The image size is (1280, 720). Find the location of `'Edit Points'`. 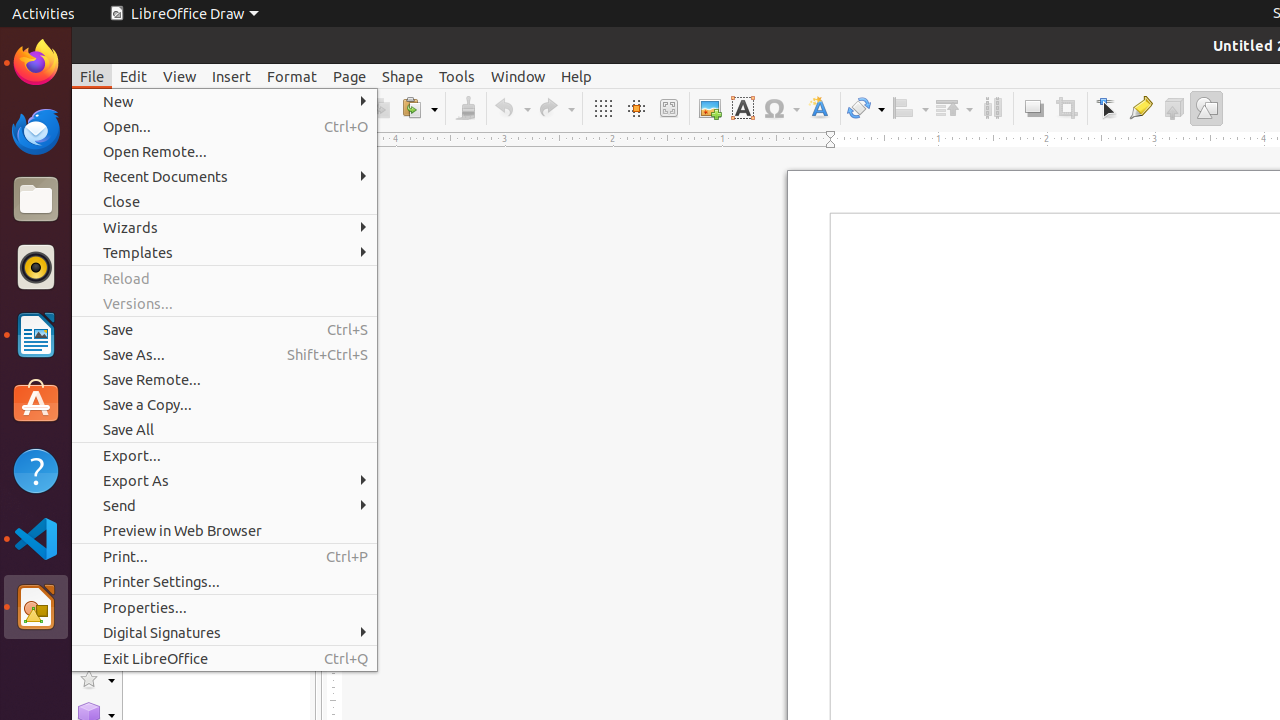

'Edit Points' is located at coordinates (1106, 108).